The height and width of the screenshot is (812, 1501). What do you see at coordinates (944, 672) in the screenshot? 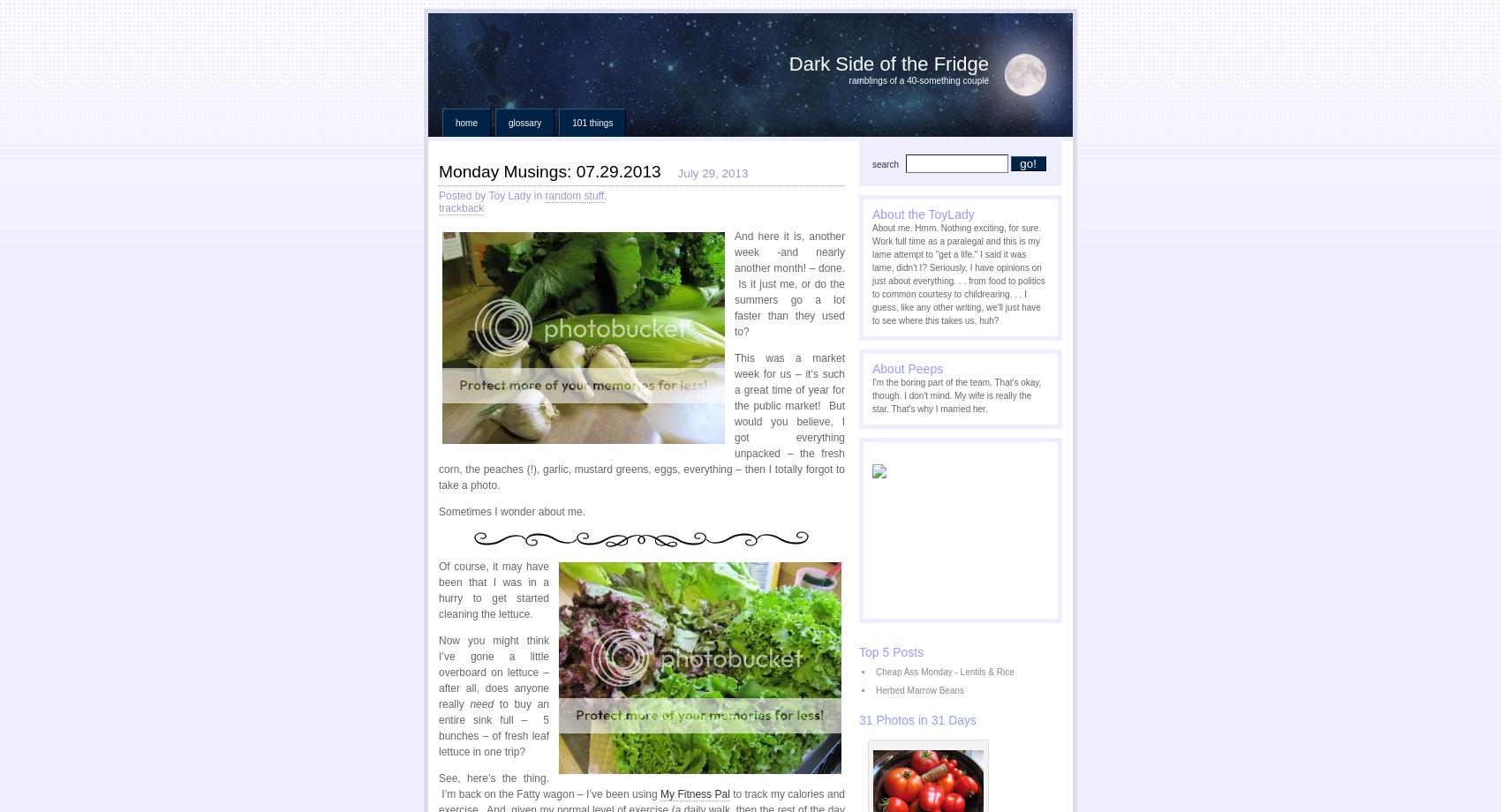
I see `'Cheap Ass Monday - Lentils & Rice'` at bounding box center [944, 672].